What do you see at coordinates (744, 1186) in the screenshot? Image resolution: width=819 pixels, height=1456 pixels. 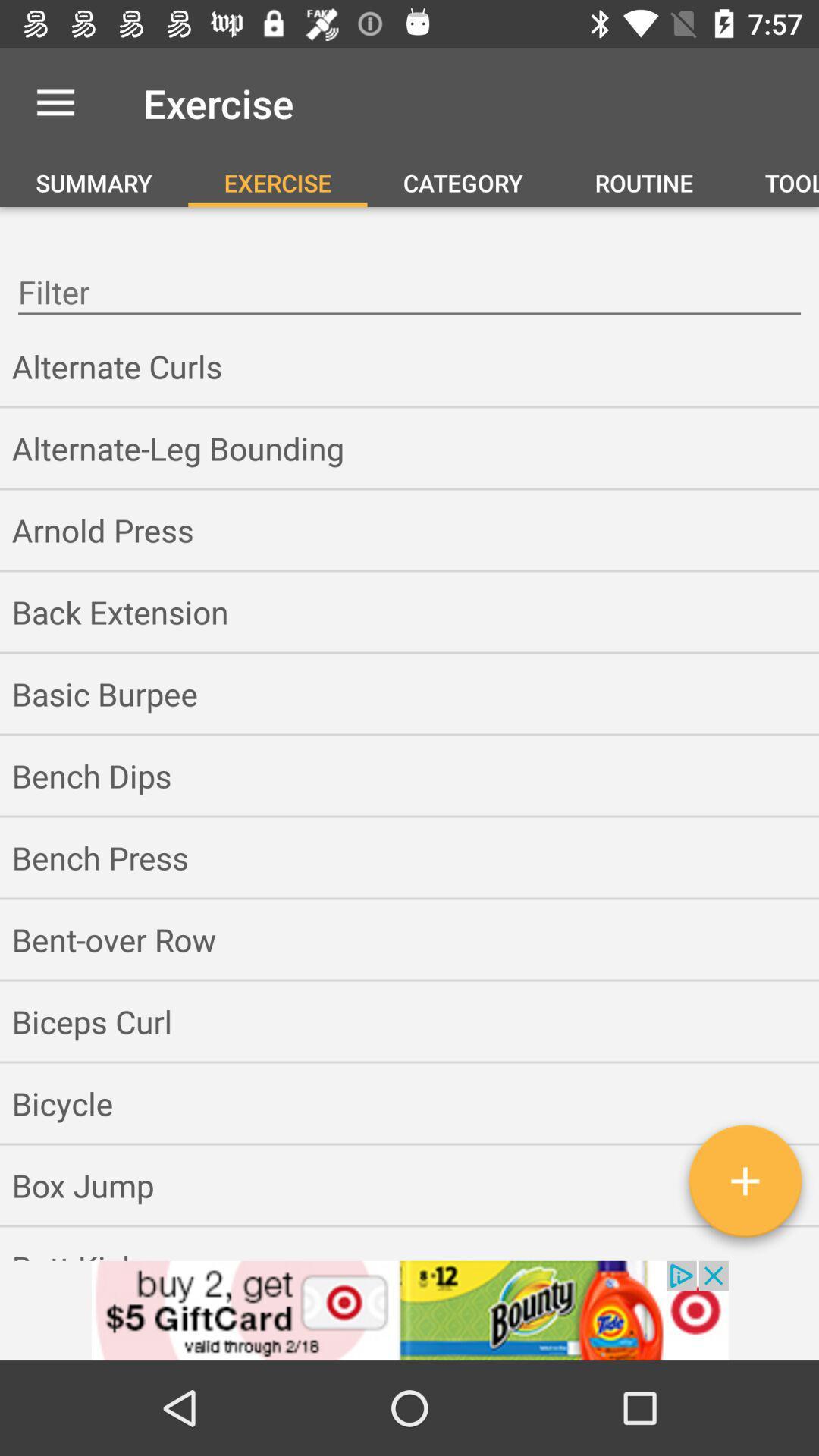 I see `an exercise` at bounding box center [744, 1186].